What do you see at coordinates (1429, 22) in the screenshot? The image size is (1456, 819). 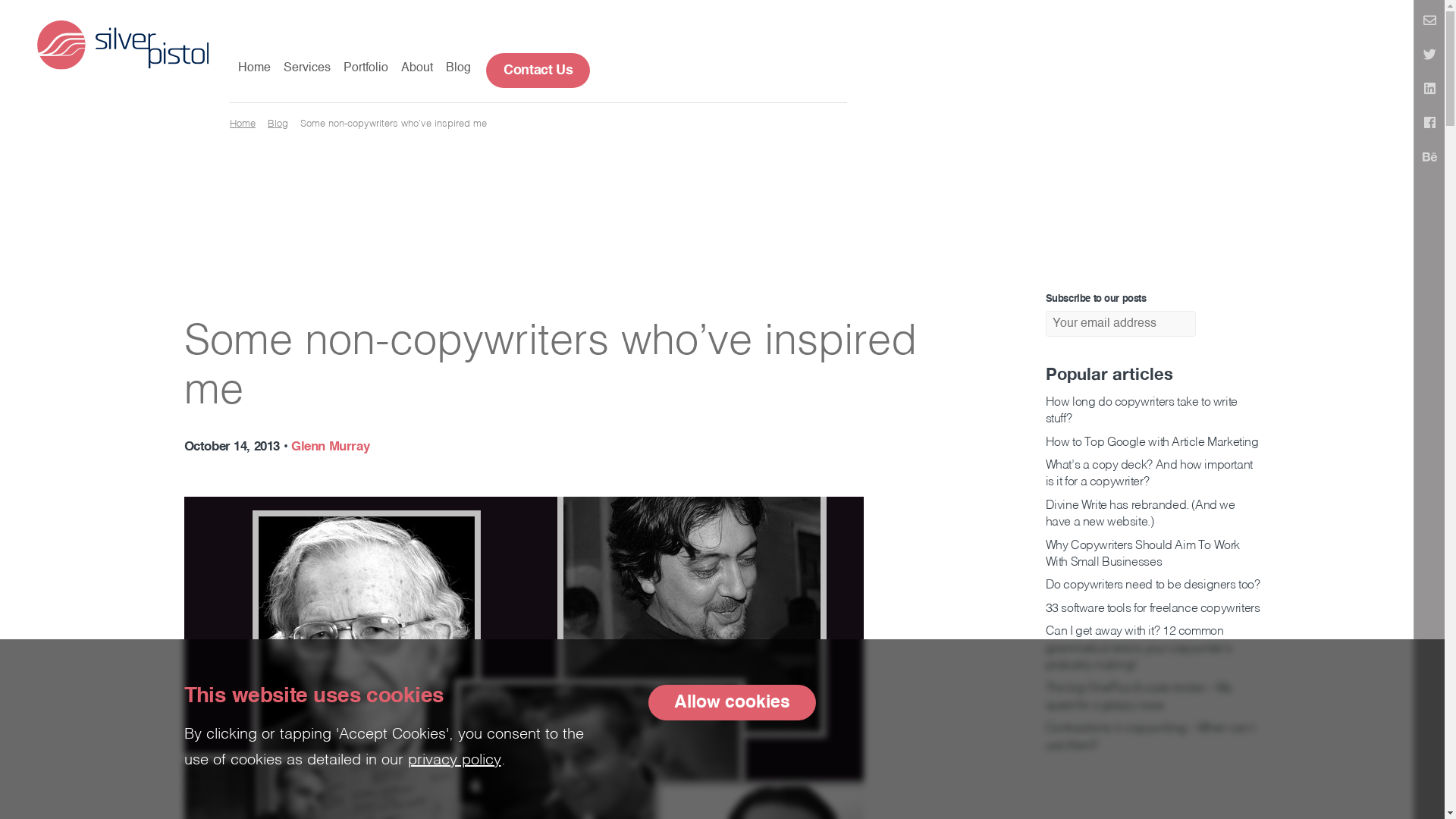 I see `'Send us an email'` at bounding box center [1429, 22].